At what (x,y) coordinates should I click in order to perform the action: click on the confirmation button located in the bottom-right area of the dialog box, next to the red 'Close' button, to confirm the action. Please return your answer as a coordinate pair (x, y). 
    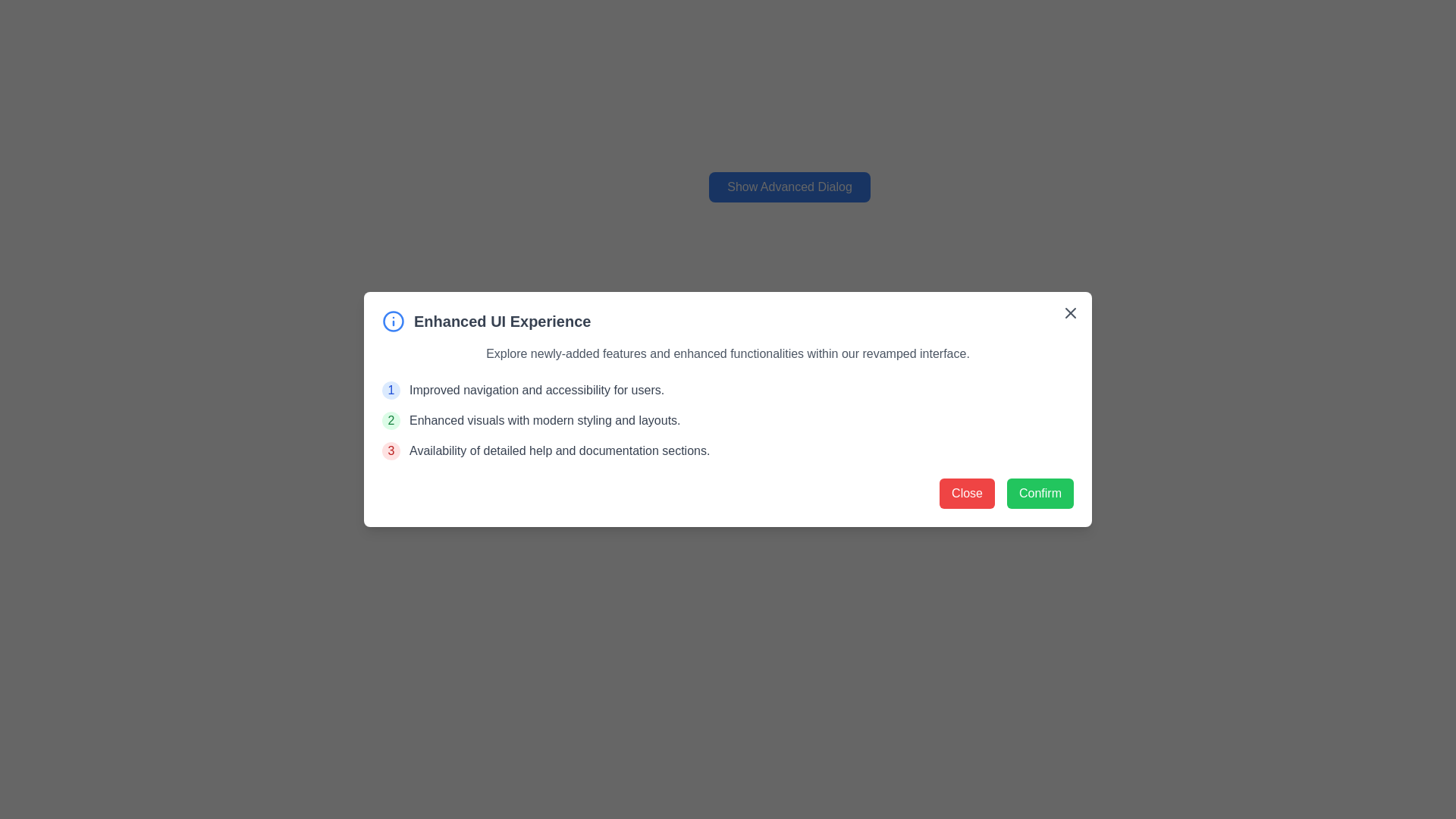
    Looking at the image, I should click on (1040, 494).